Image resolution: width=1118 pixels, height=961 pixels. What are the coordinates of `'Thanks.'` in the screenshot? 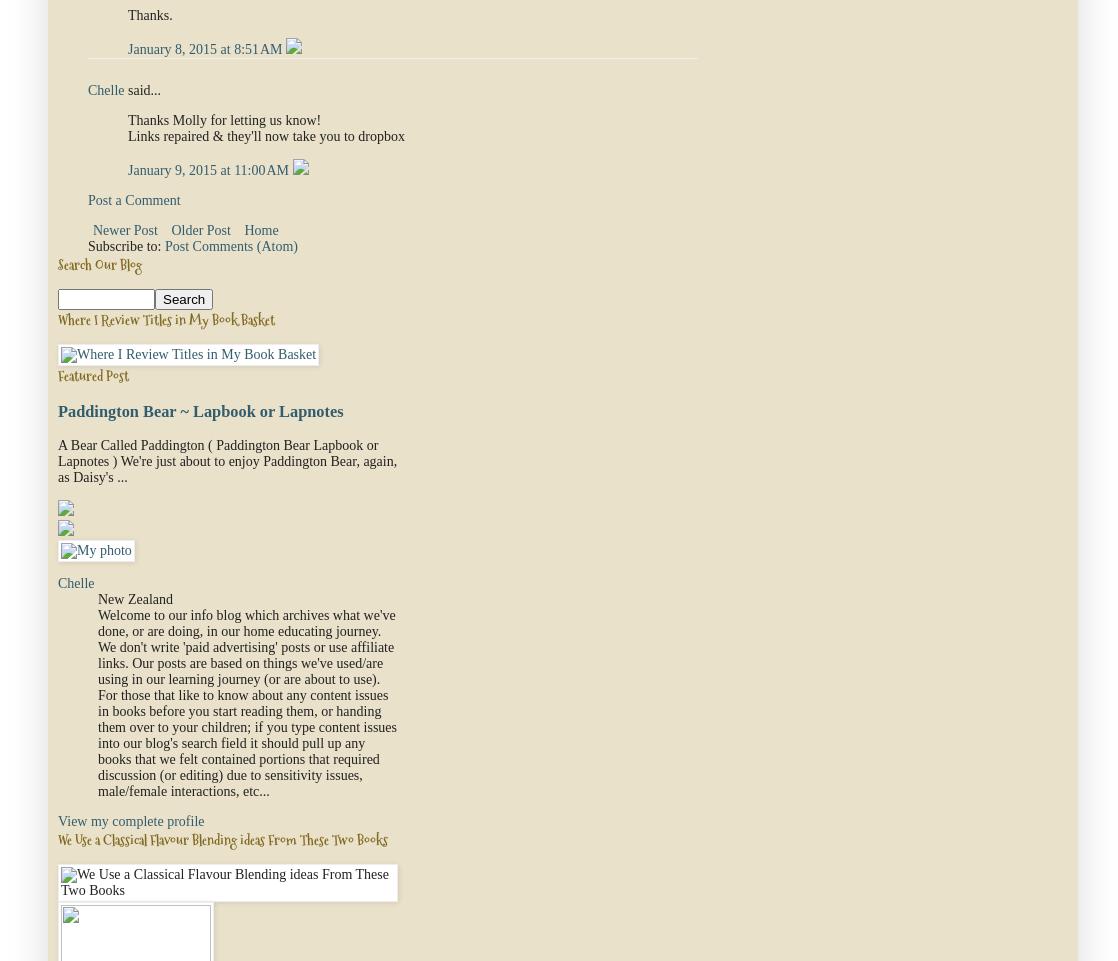 It's located at (150, 13).